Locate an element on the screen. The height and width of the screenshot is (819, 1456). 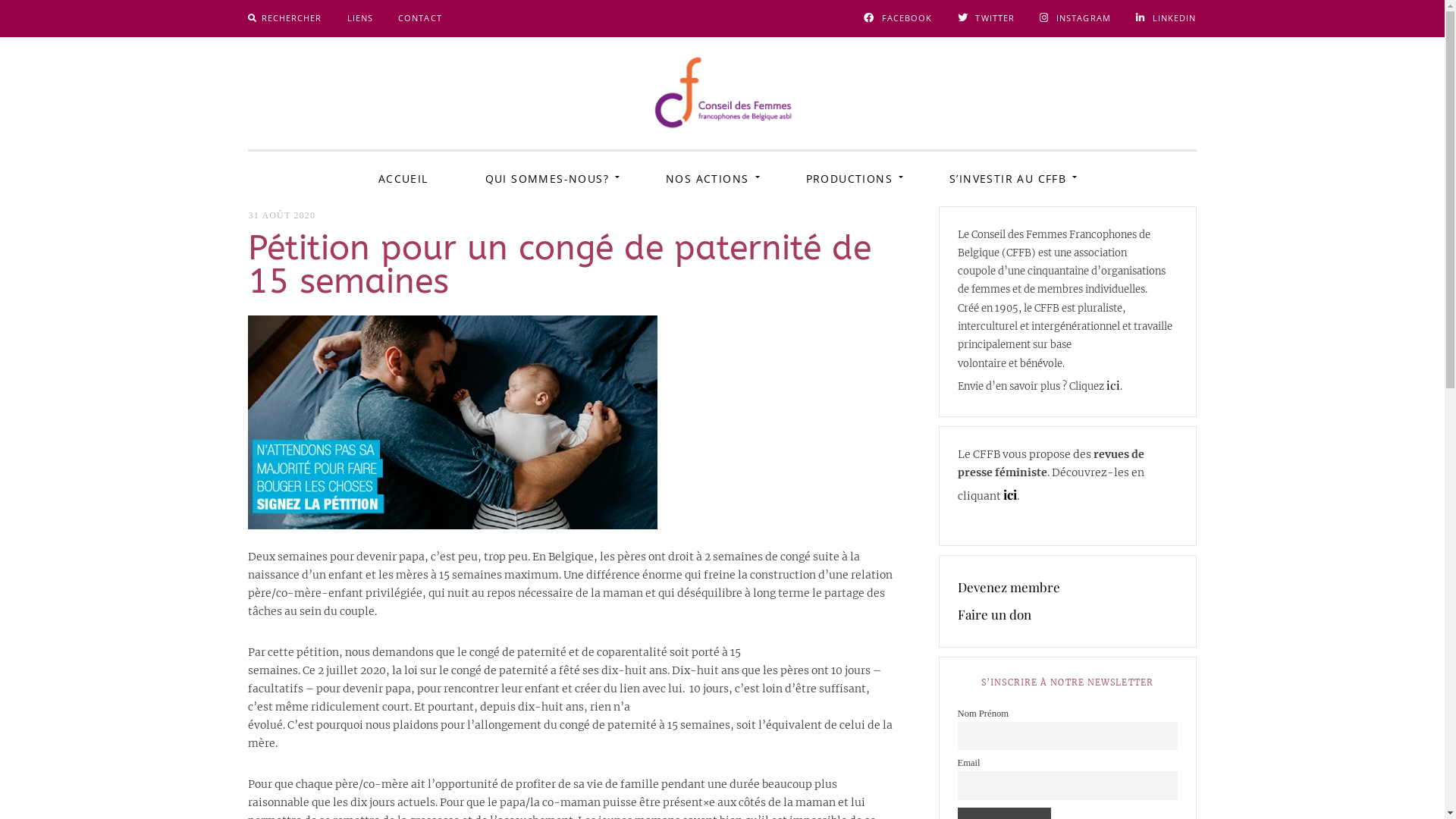
'LIENS' is located at coordinates (334, 18).